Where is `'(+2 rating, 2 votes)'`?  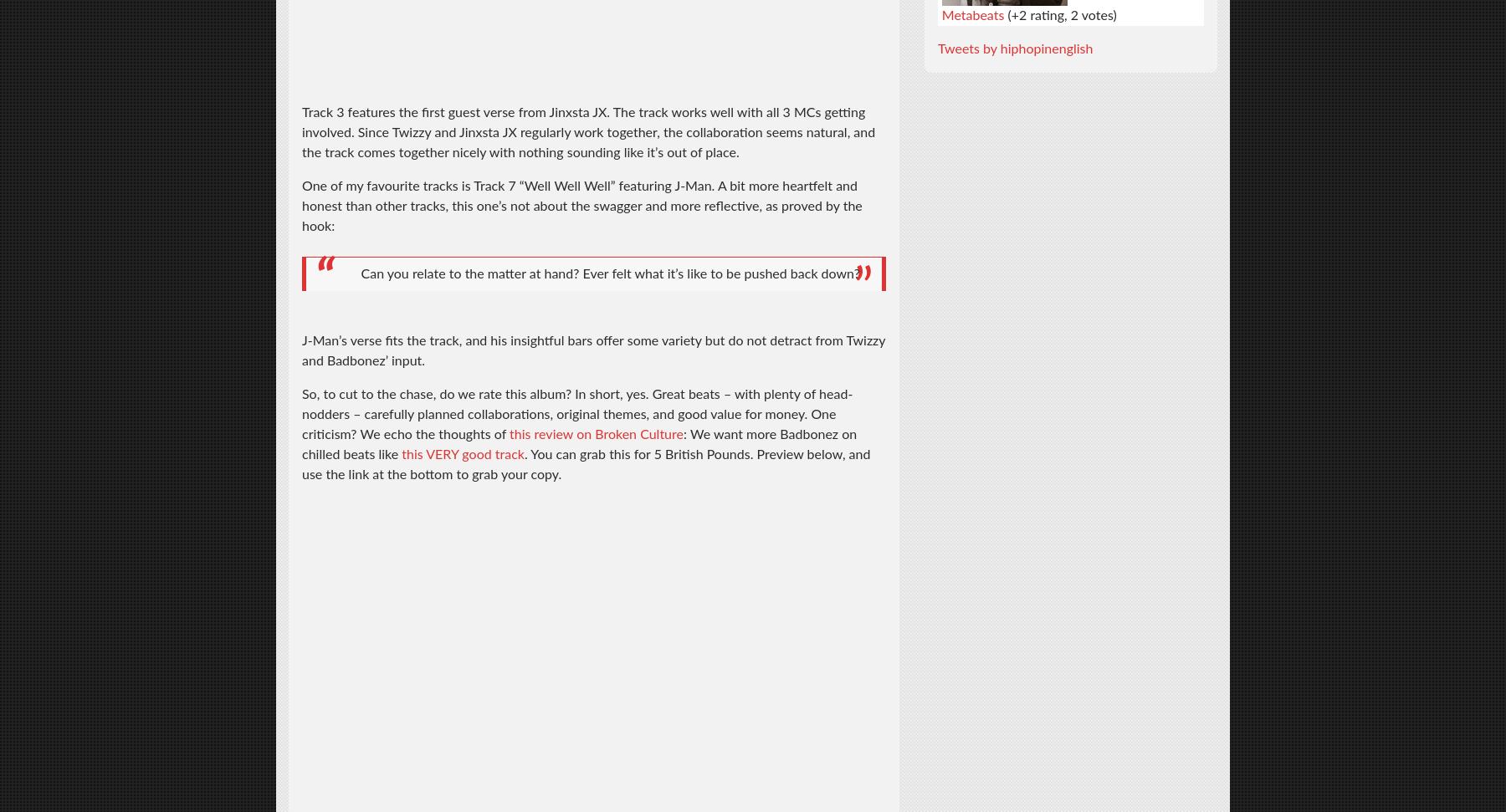 '(+2 rating, 2 votes)' is located at coordinates (1060, 14).